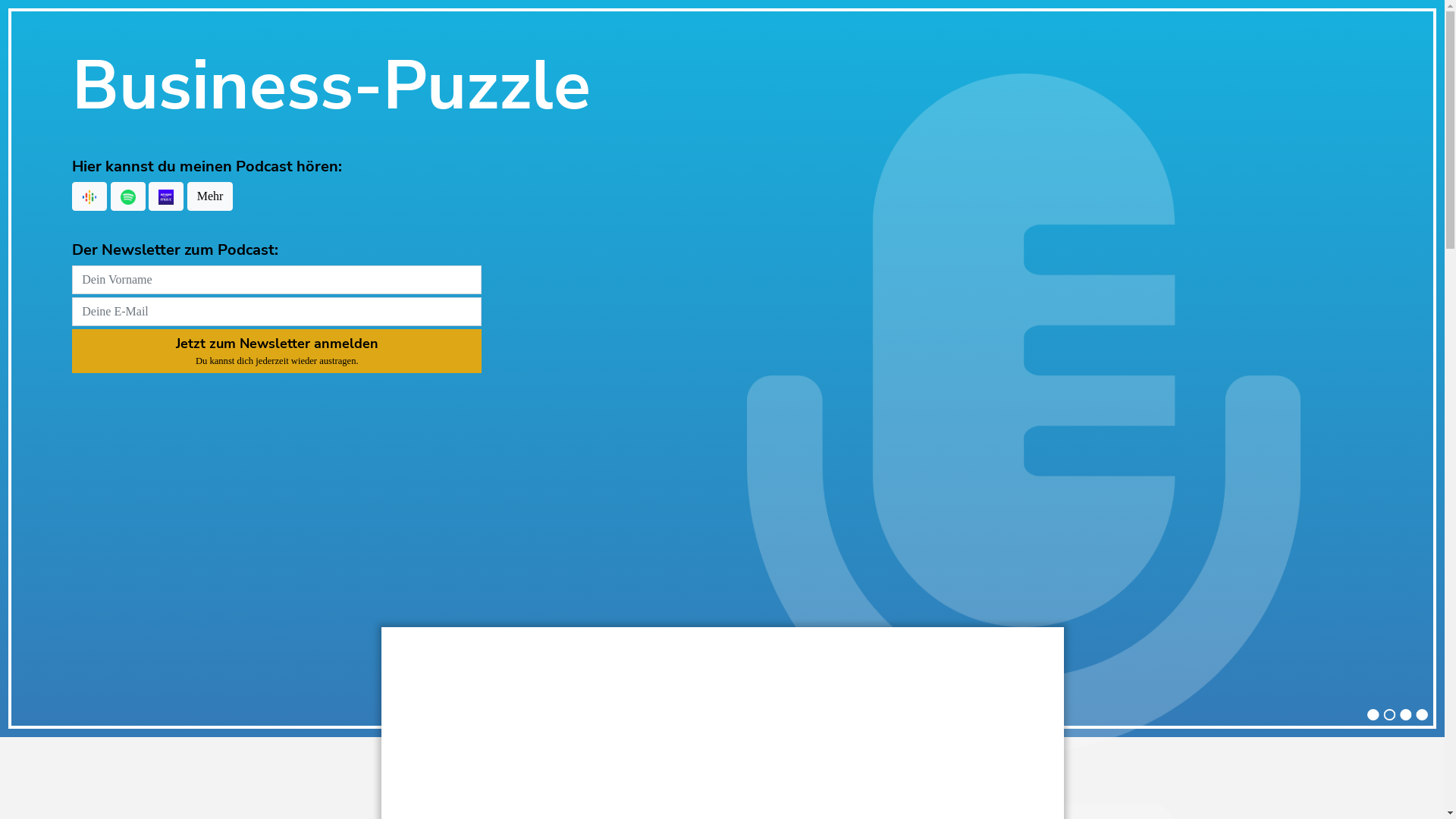  Describe the element at coordinates (209, 195) in the screenshot. I see `'Mehr'` at that location.